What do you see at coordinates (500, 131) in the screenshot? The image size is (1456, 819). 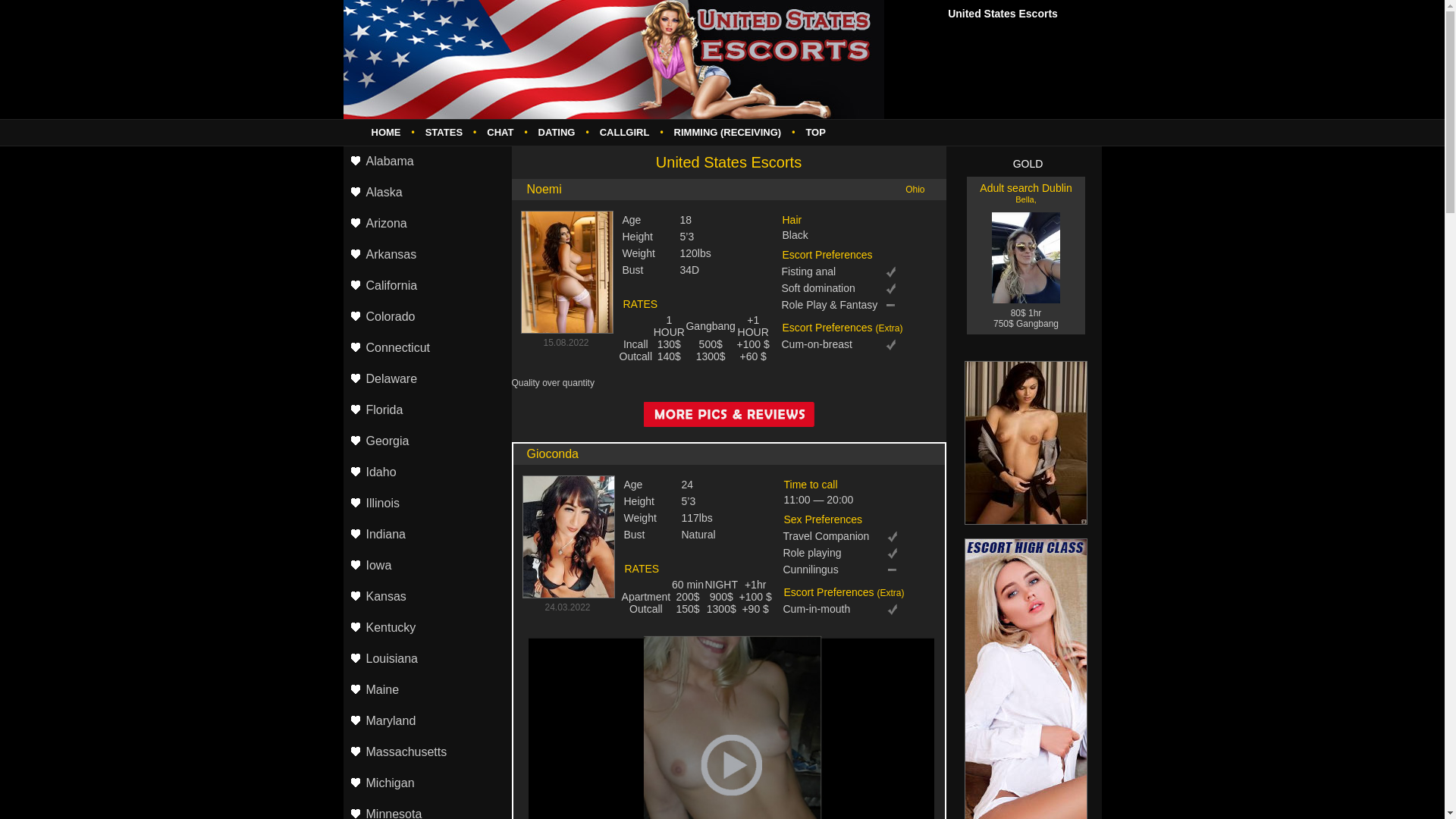 I see `'CHAT'` at bounding box center [500, 131].